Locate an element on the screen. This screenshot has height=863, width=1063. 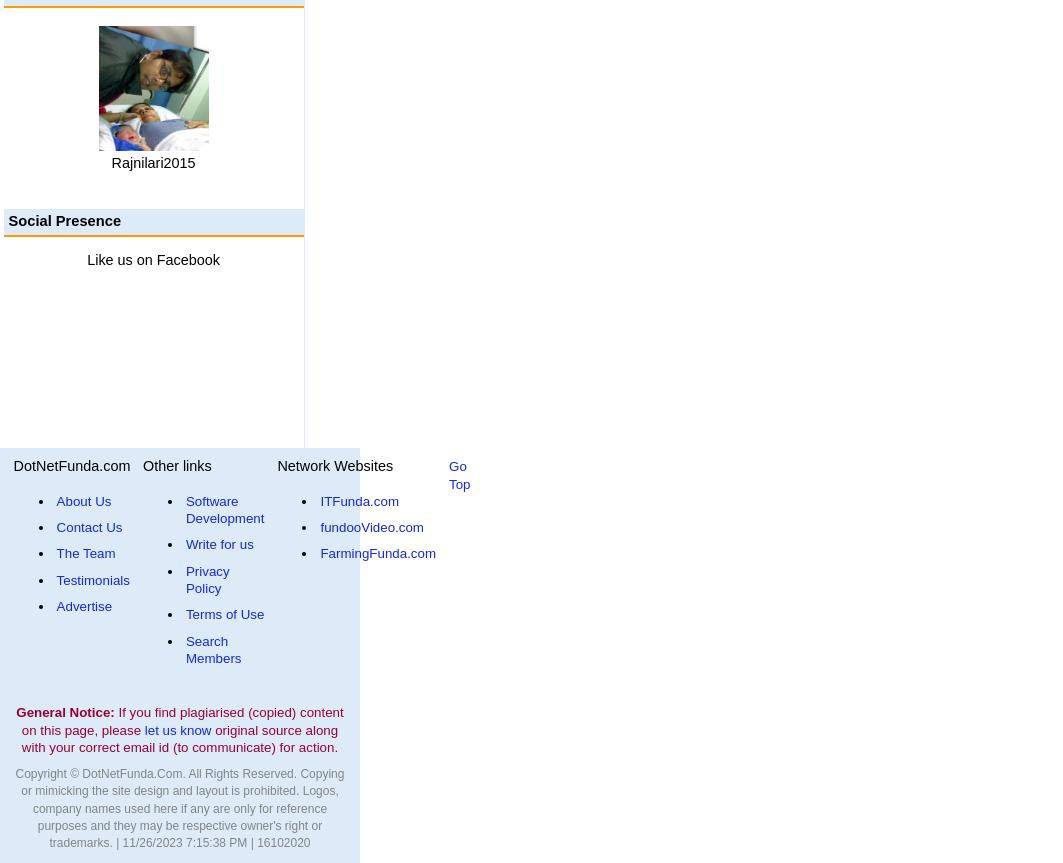
'Advertise' is located at coordinates (83, 604).